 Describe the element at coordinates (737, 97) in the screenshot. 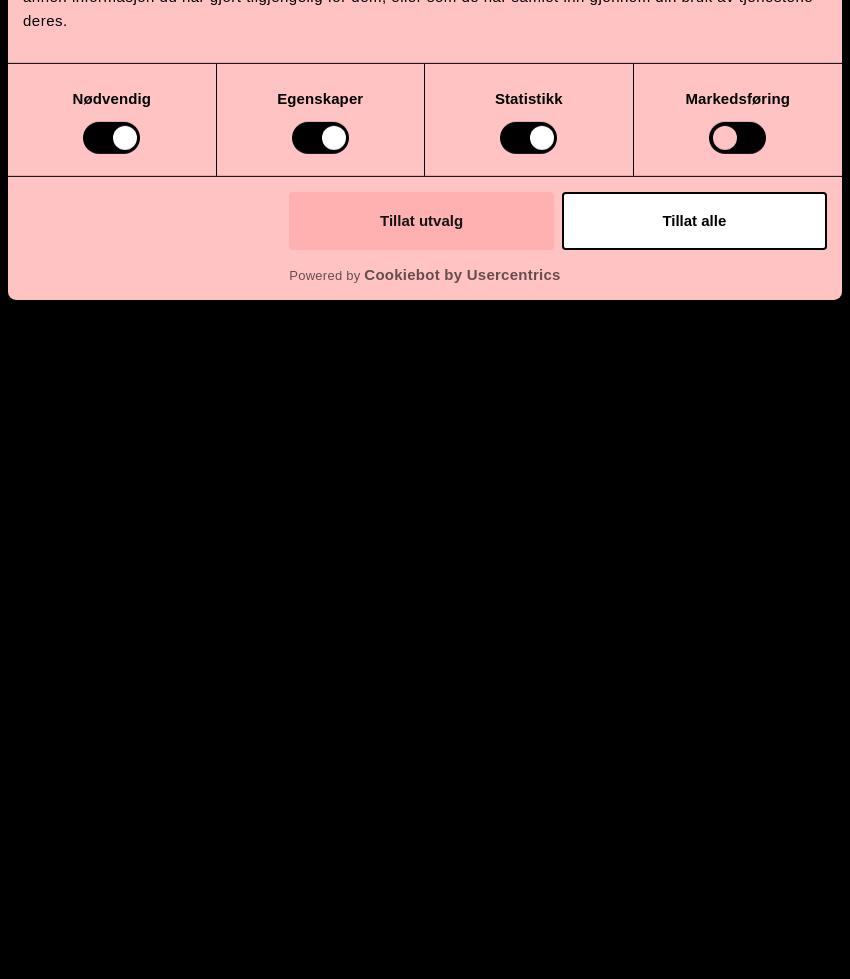

I see `'Markedsføring'` at that location.